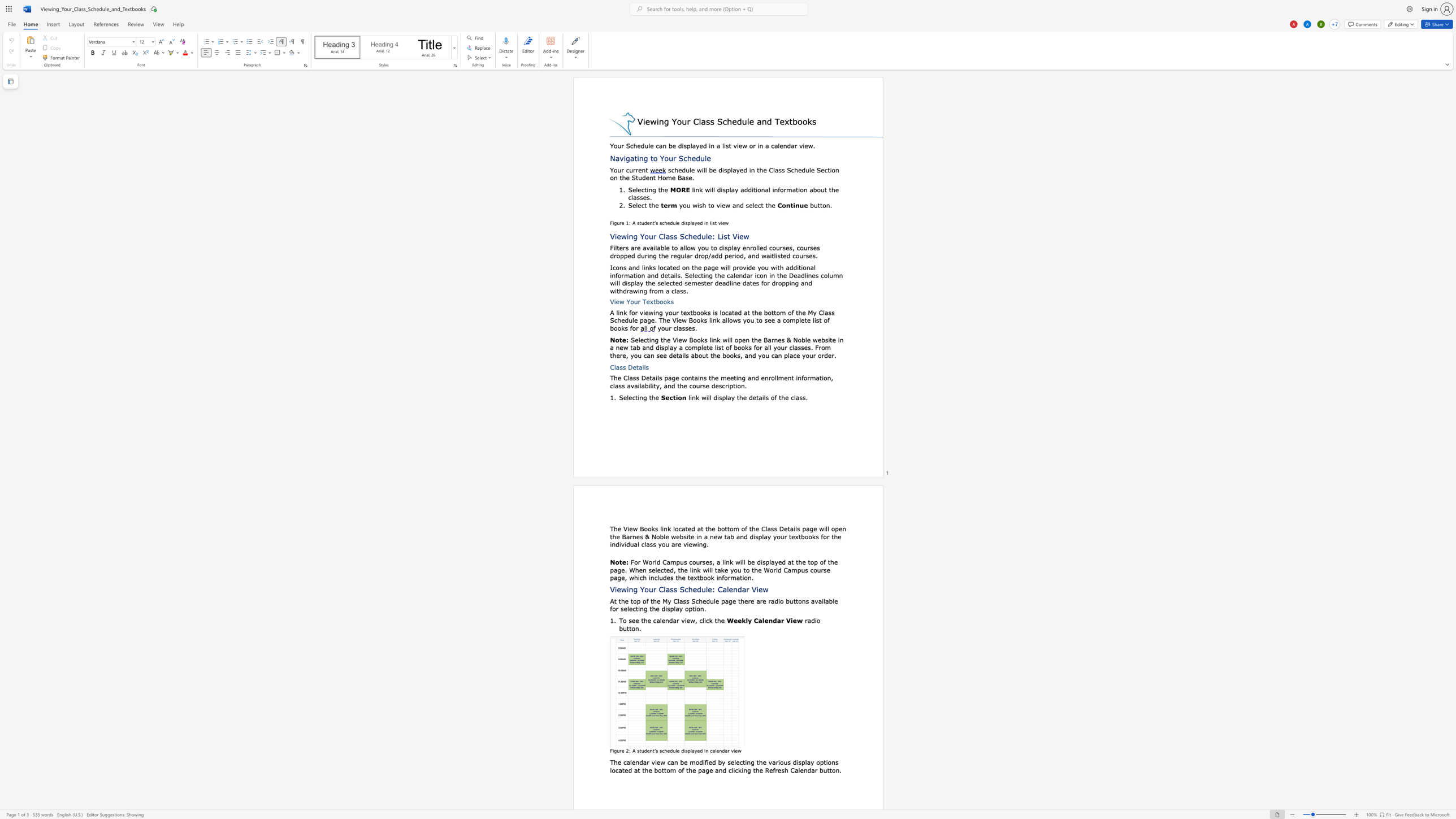  What do you see at coordinates (683, 248) in the screenshot?
I see `the space between the continuous character "a" and "l" in the text` at bounding box center [683, 248].